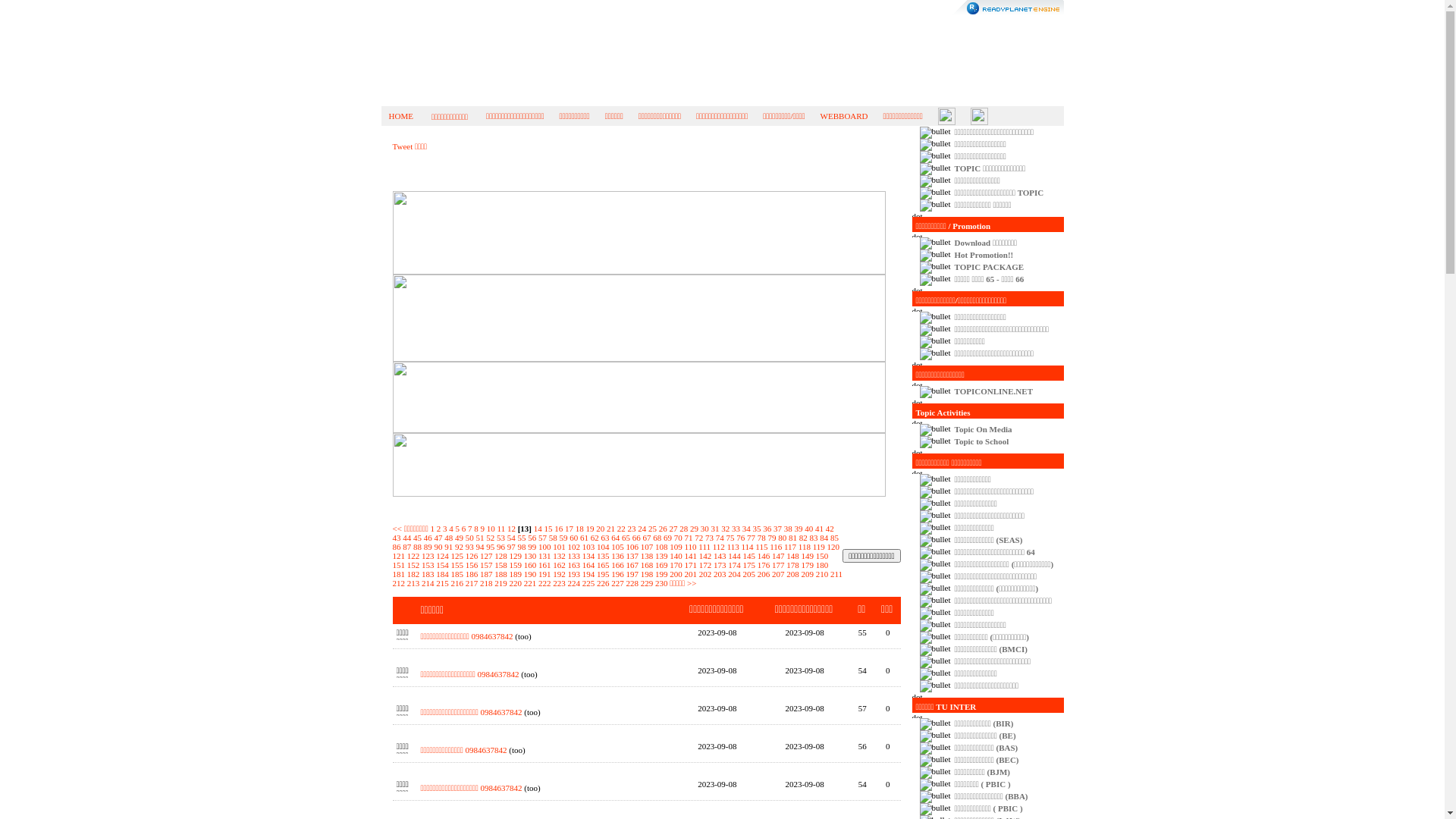 This screenshot has width=1456, height=819. What do you see at coordinates (458, 547) in the screenshot?
I see `'92'` at bounding box center [458, 547].